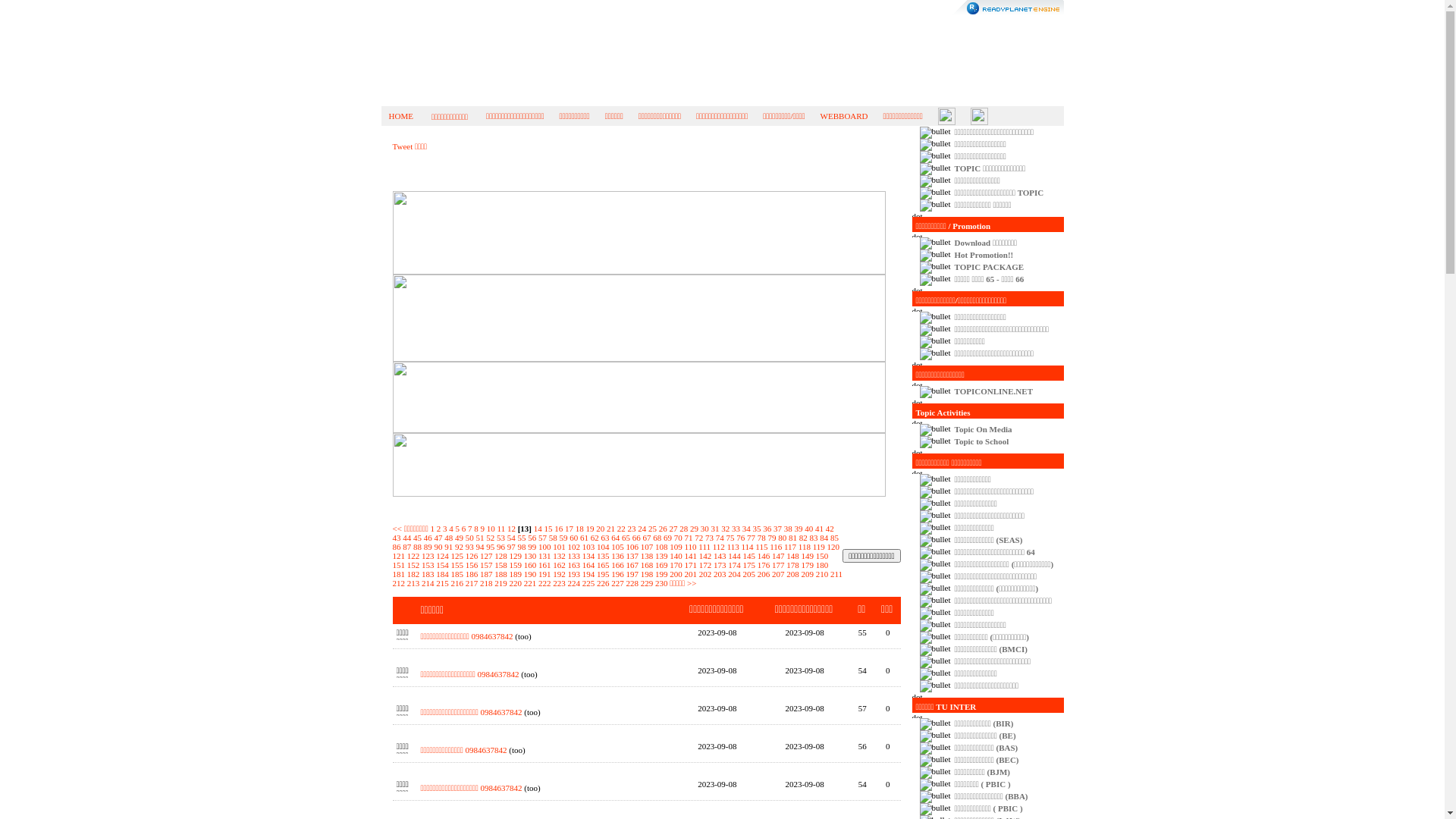 This screenshot has width=1456, height=819. What do you see at coordinates (458, 547) in the screenshot?
I see `'92'` at bounding box center [458, 547].